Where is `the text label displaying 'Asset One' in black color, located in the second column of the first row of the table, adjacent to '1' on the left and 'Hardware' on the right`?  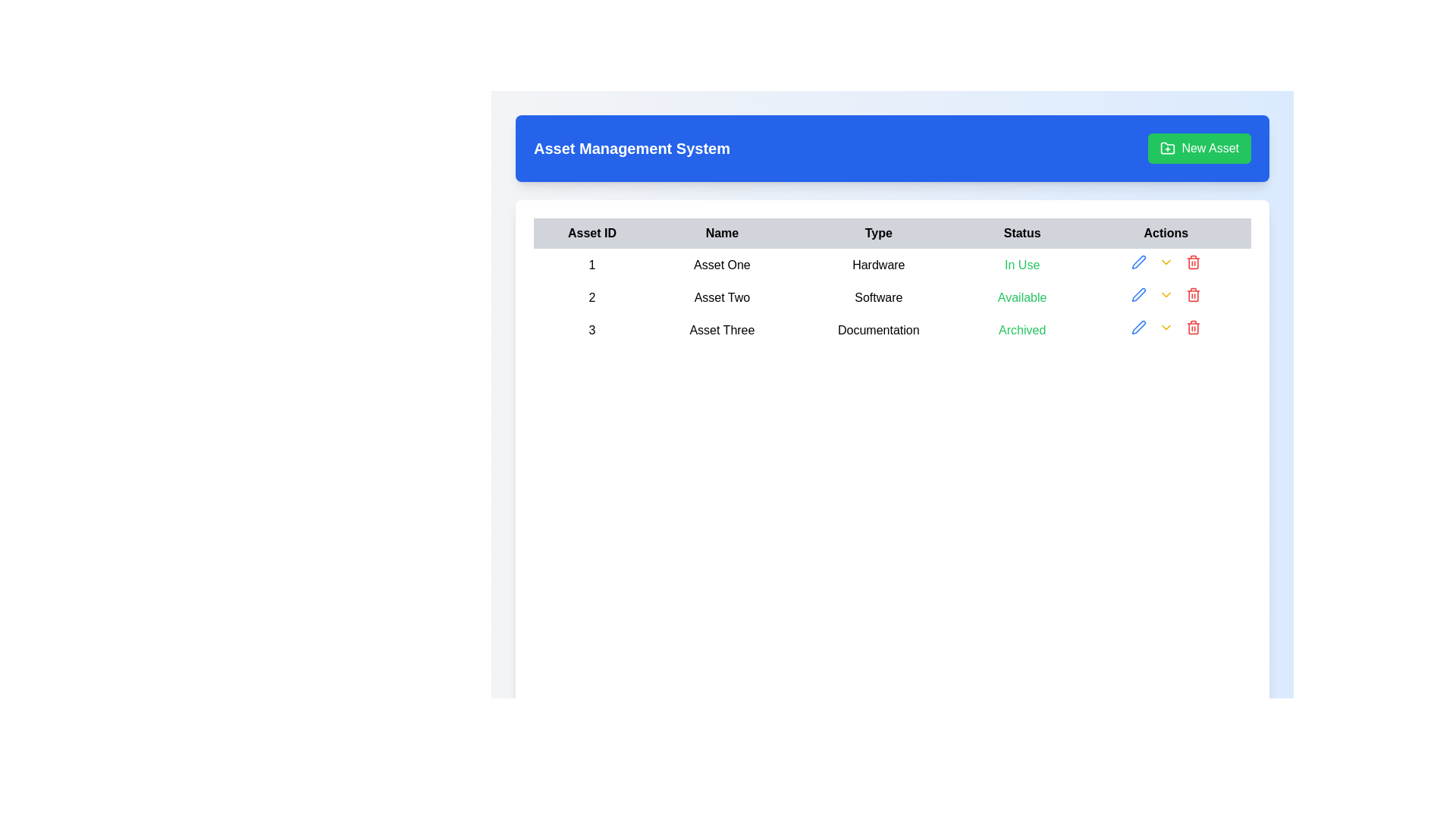
the text label displaying 'Asset One' in black color, located in the second column of the first row of the table, adjacent to '1' on the left and 'Hardware' on the right is located at coordinates (721, 264).